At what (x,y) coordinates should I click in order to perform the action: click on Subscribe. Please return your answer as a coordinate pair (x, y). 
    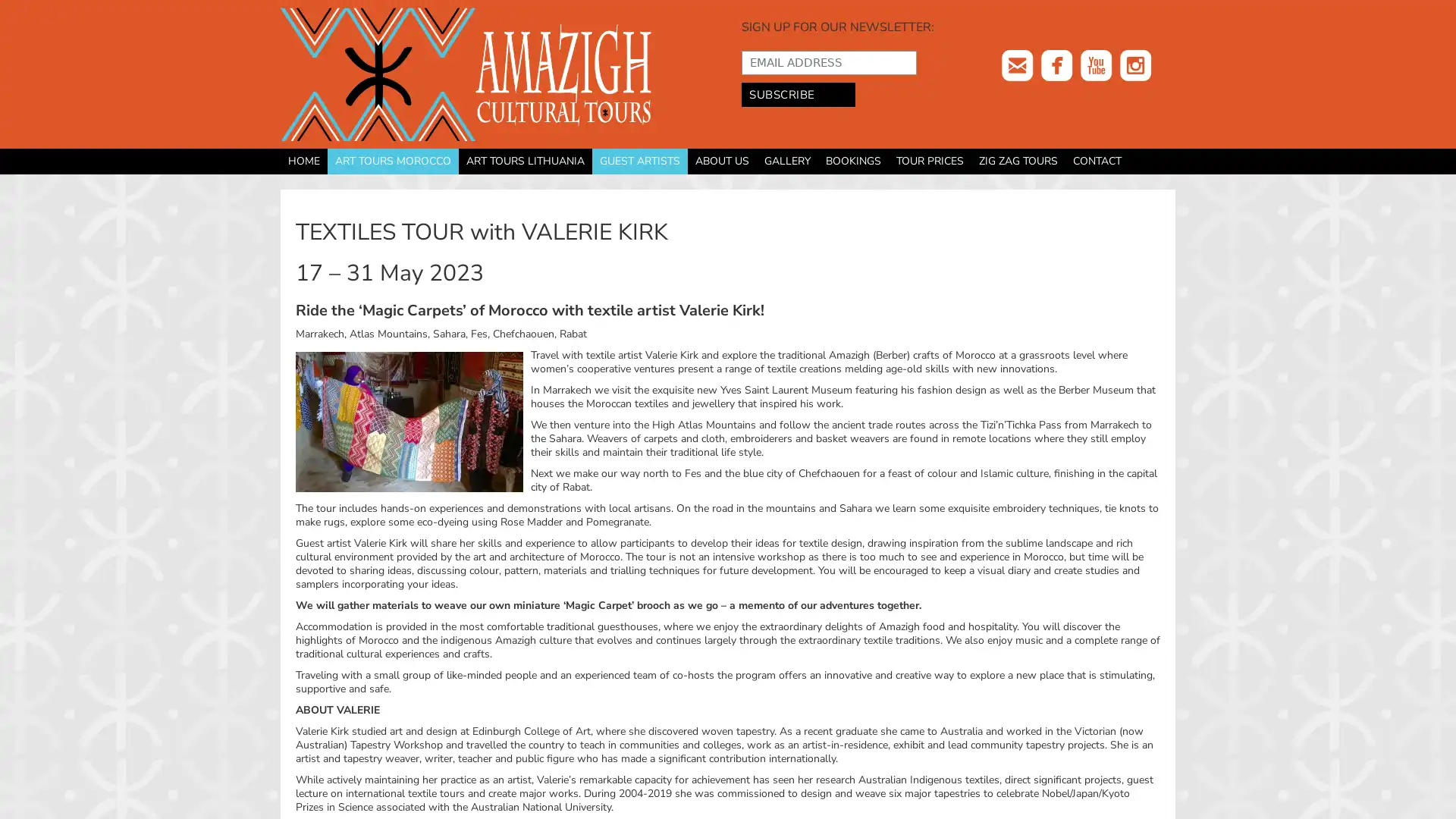
    Looking at the image, I should click on (797, 94).